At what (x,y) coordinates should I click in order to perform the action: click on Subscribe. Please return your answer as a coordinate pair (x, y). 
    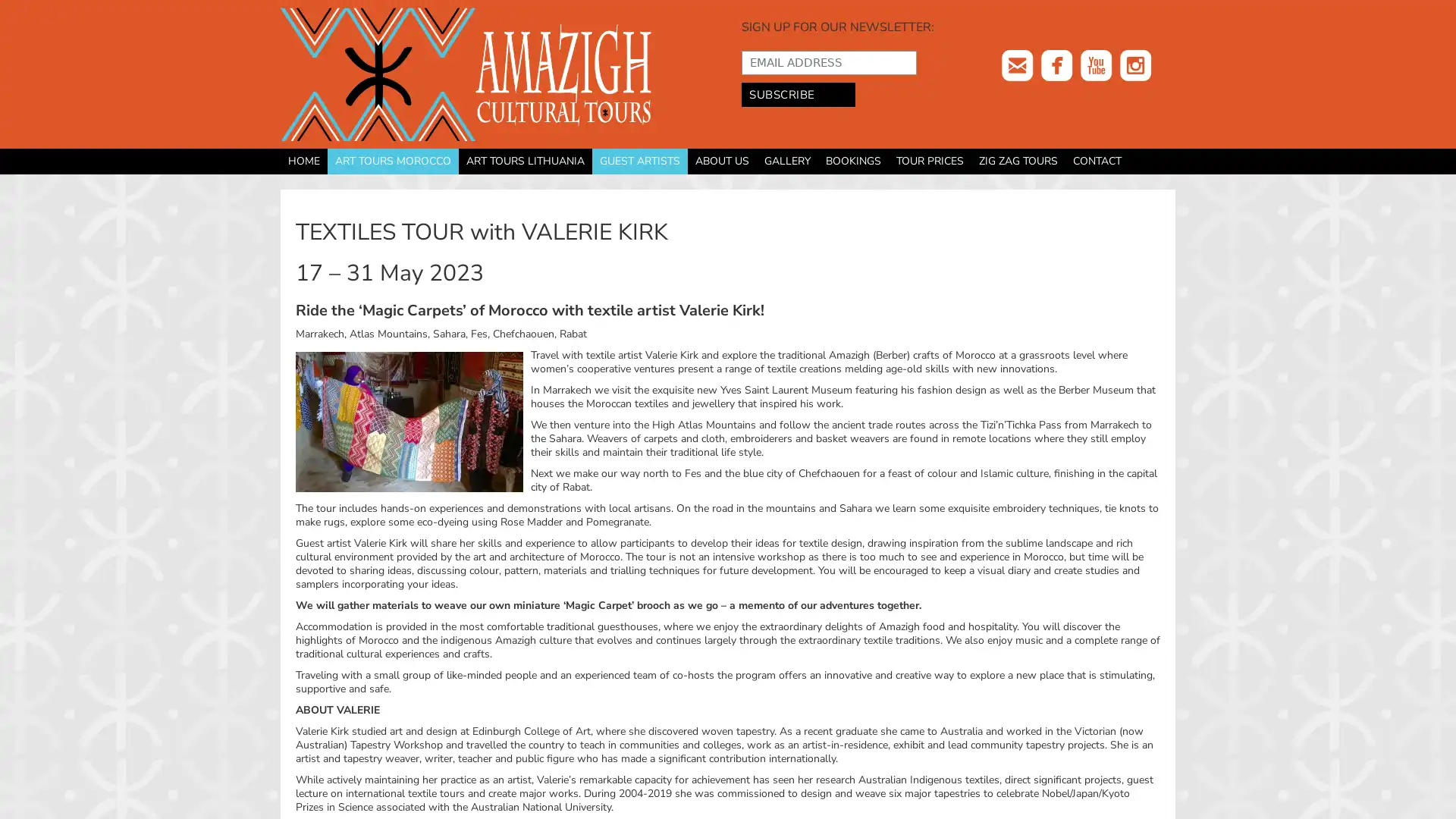
    Looking at the image, I should click on (797, 94).